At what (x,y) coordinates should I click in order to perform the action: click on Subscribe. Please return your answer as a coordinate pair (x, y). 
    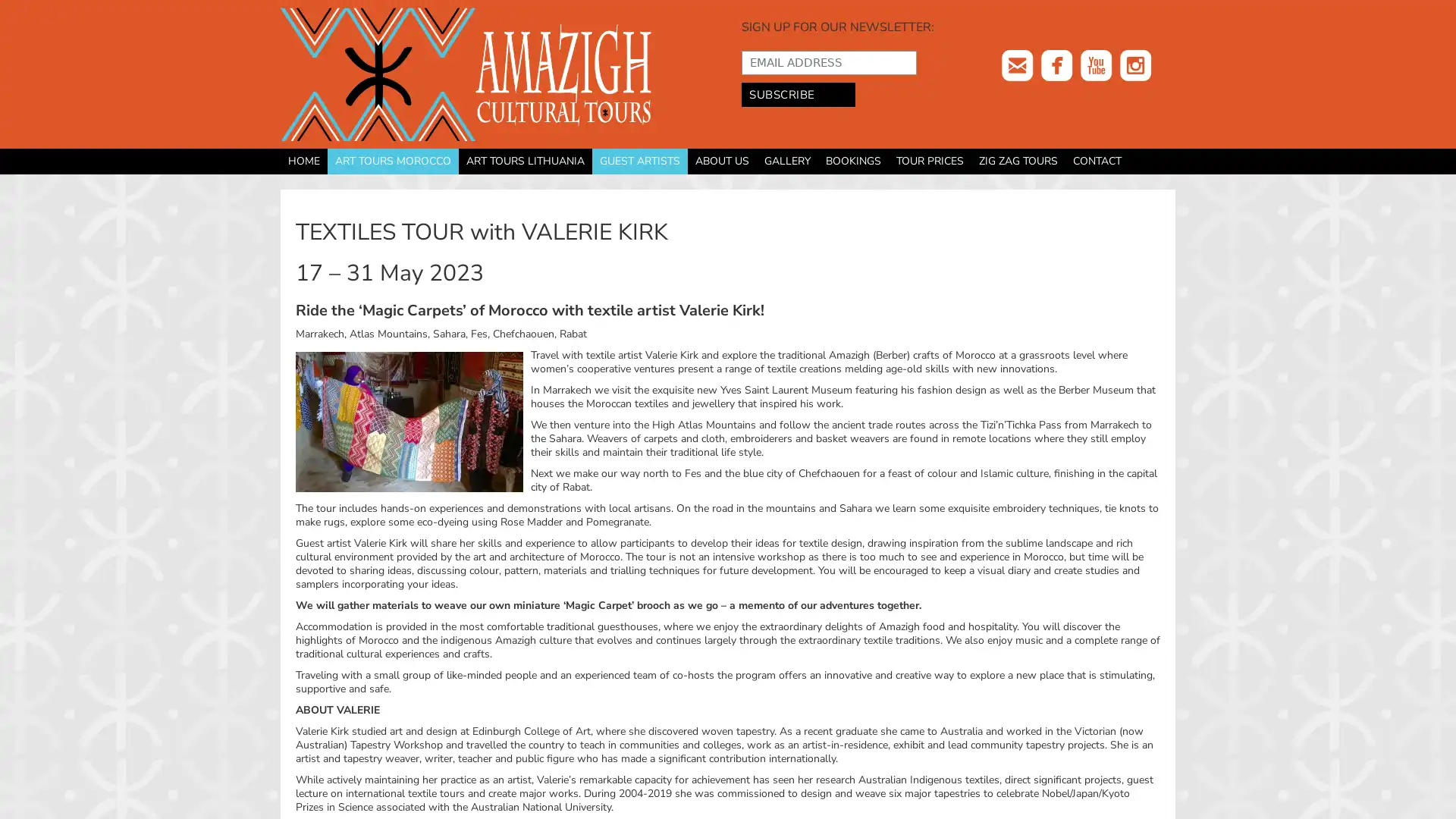
    Looking at the image, I should click on (797, 94).